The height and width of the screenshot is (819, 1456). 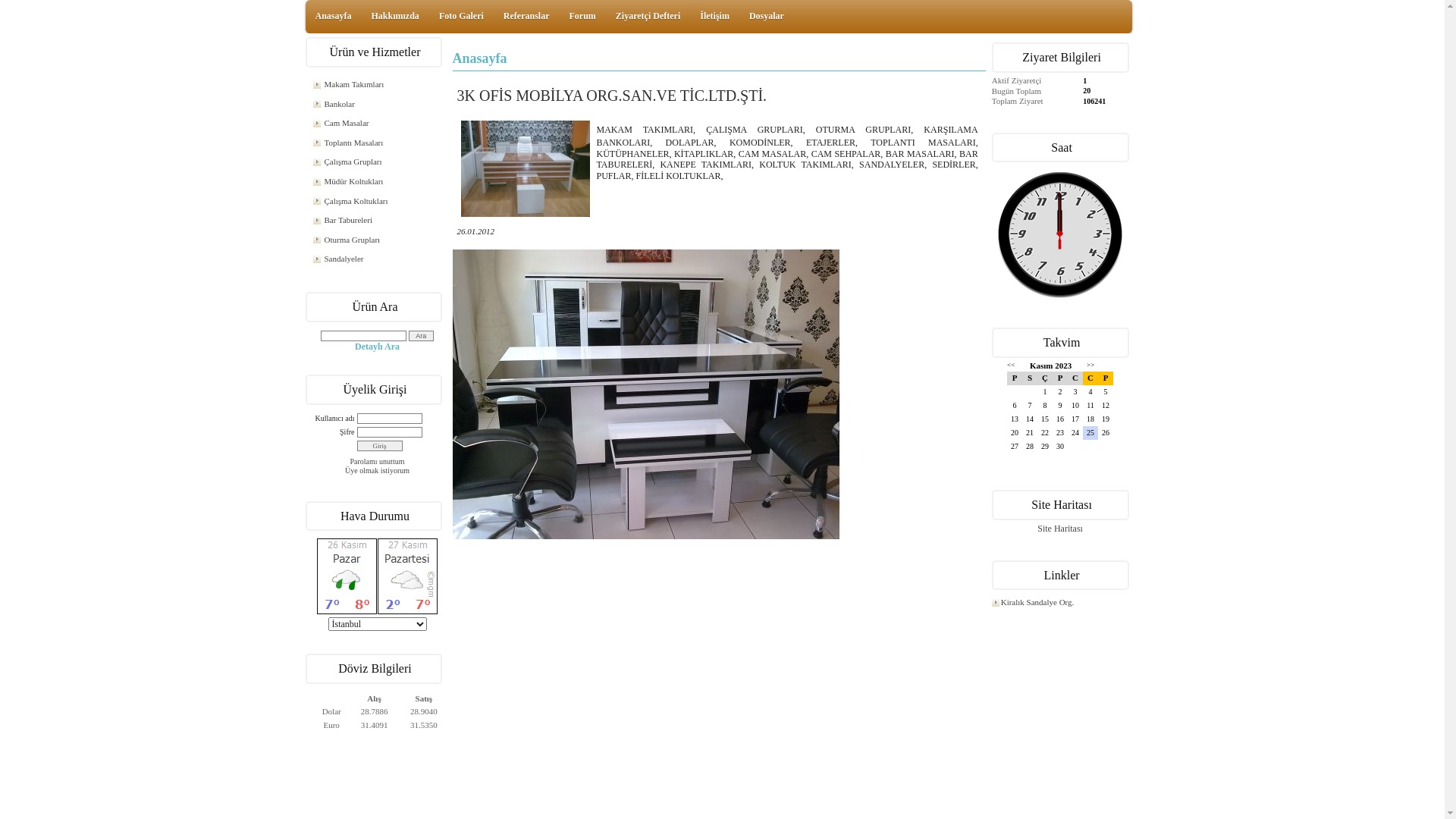 What do you see at coordinates (767, 15) in the screenshot?
I see `'Dosyalar'` at bounding box center [767, 15].